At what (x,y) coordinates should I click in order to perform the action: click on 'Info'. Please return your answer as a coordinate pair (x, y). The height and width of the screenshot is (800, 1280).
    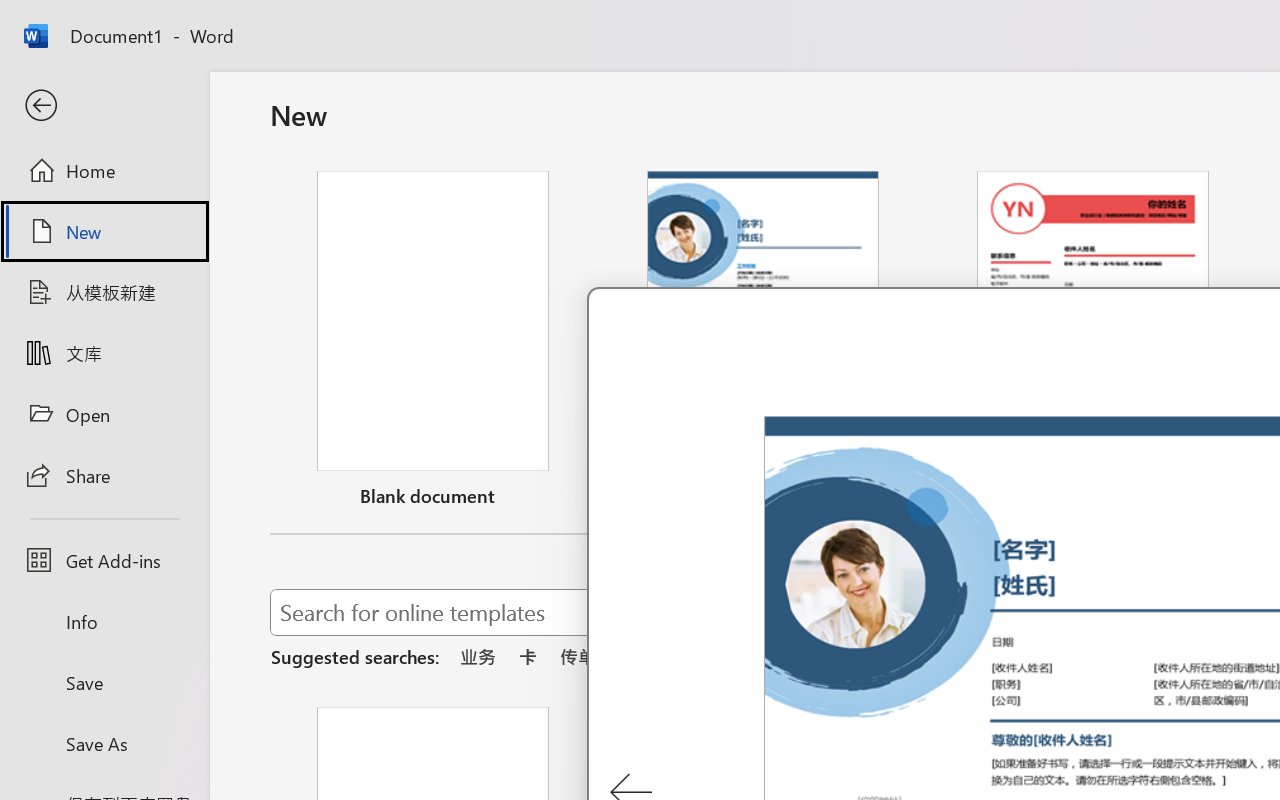
    Looking at the image, I should click on (103, 621).